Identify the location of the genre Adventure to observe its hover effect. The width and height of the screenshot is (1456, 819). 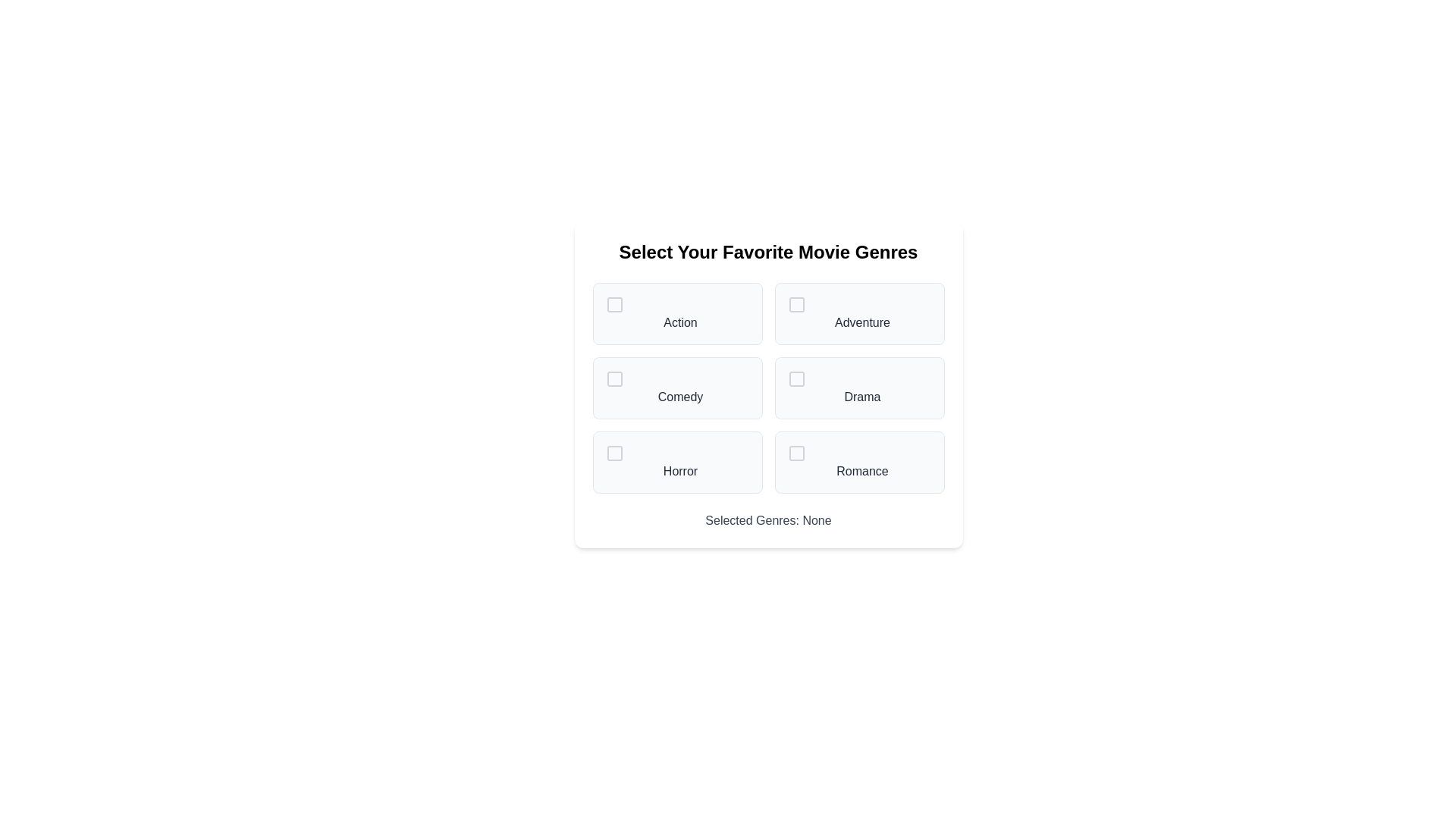
(859, 312).